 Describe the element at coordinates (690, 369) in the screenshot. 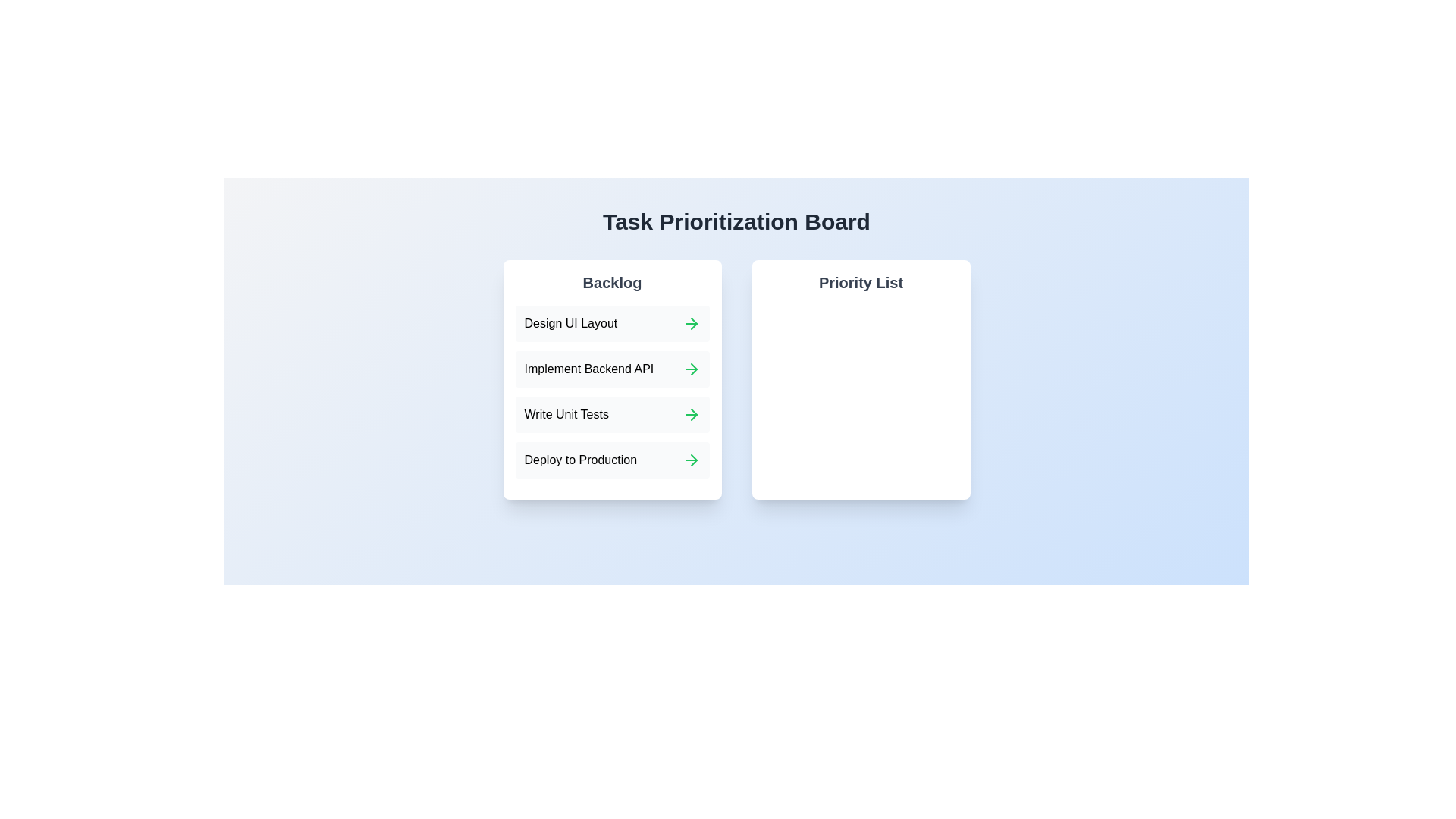

I see `green arrow next to the task 'Implement Backend API' in the Backlog to move it to the Priority List` at that location.